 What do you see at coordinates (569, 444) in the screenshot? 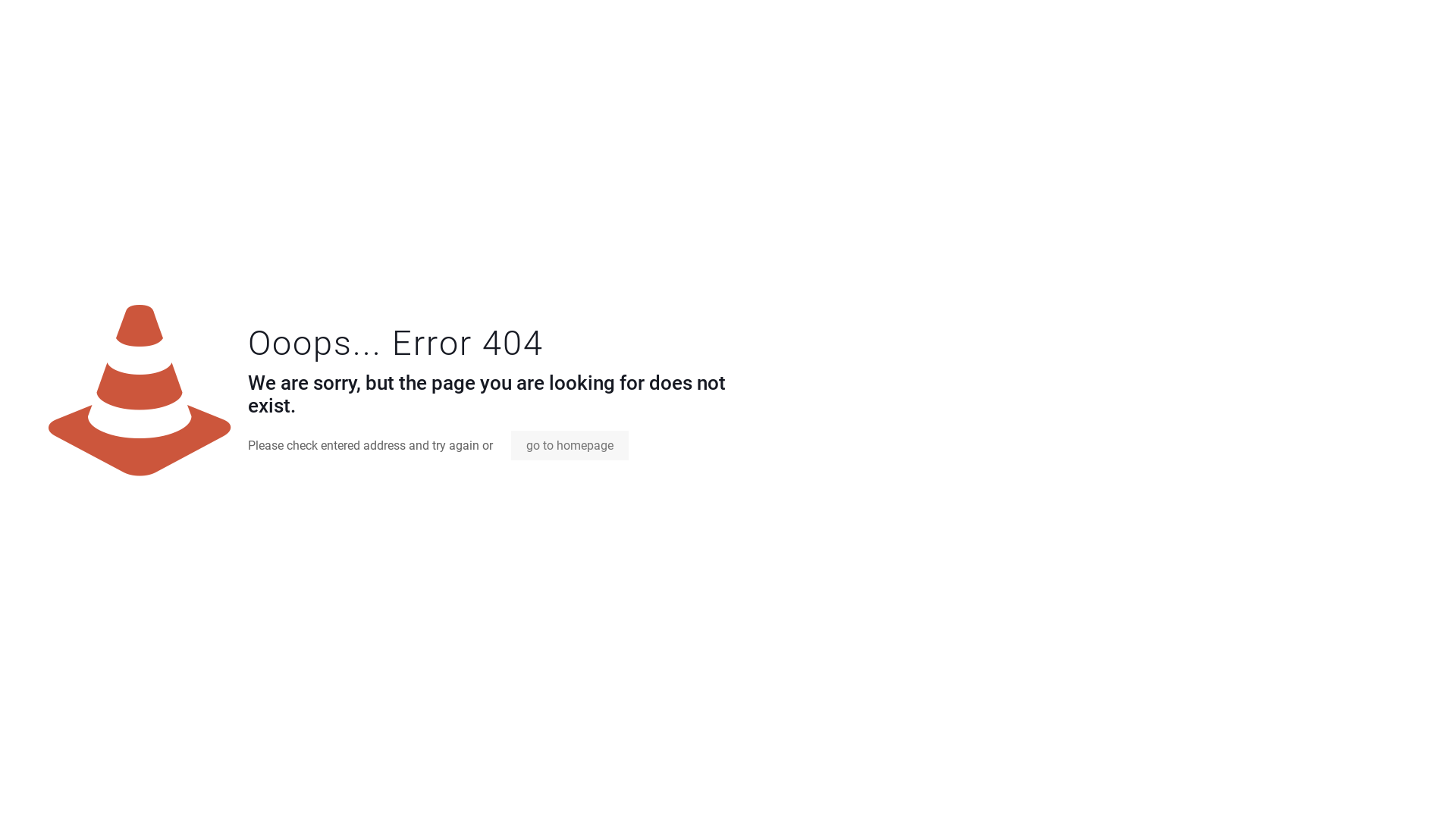
I see `'go to homepage'` at bounding box center [569, 444].